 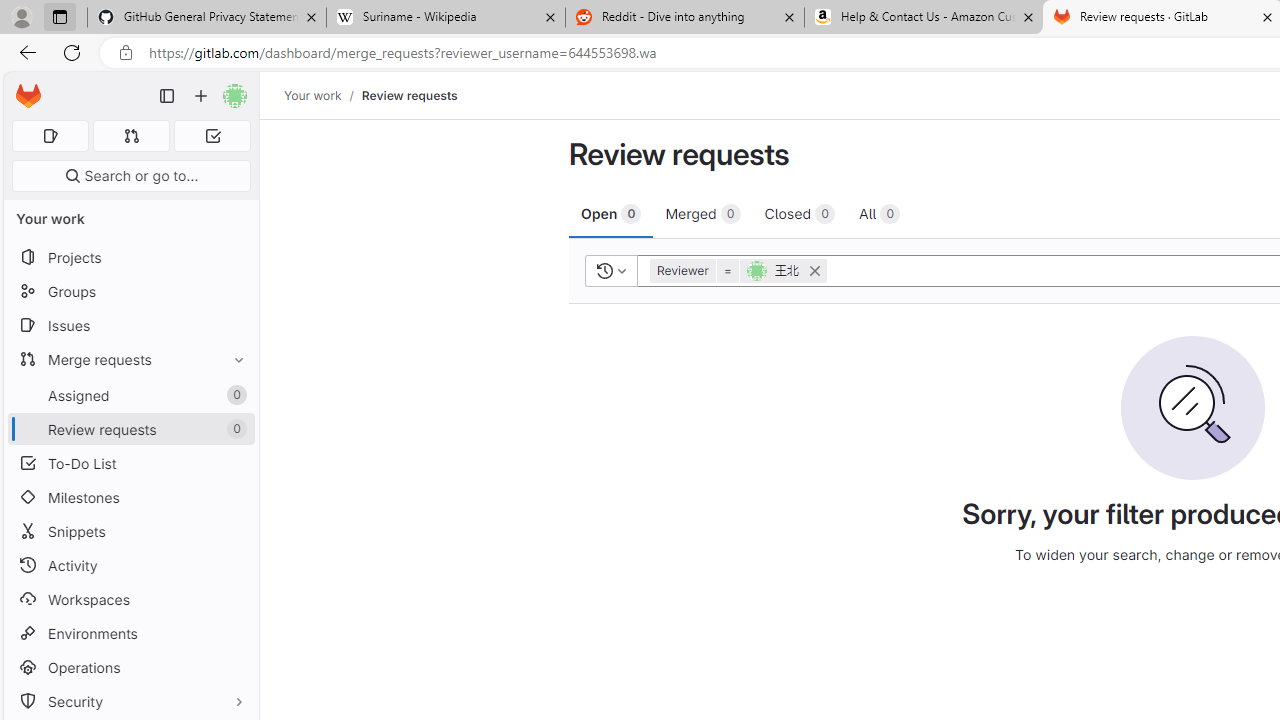 I want to click on 'Suriname - Wikipedia', so click(x=444, y=17).